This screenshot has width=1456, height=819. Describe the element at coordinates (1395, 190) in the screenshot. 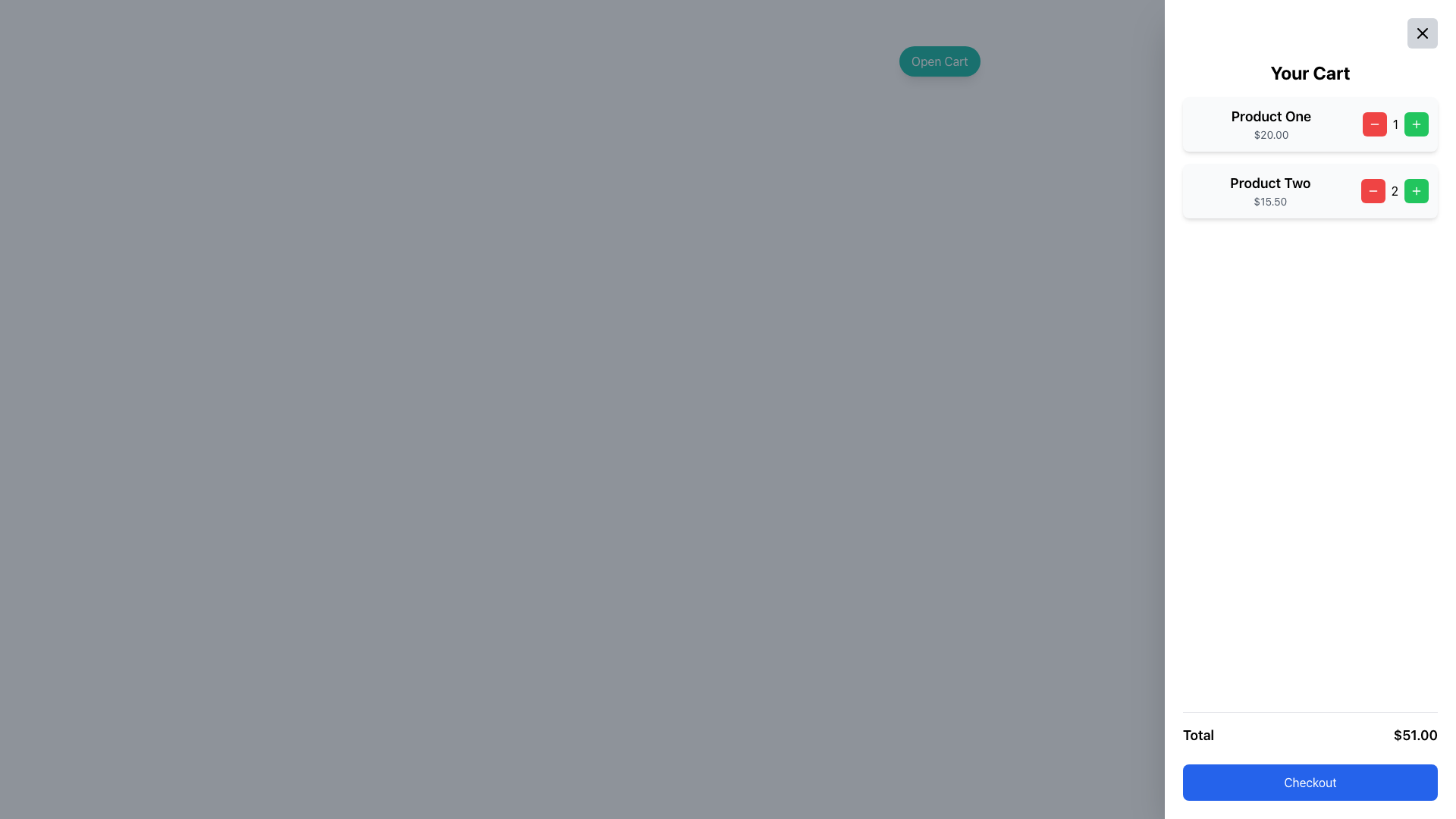

I see `the Static Text Display element that shows the numeric value '2', which is styled in a bold sans-serif font and positioned between the decrement and increment buttons in the second product row` at that location.